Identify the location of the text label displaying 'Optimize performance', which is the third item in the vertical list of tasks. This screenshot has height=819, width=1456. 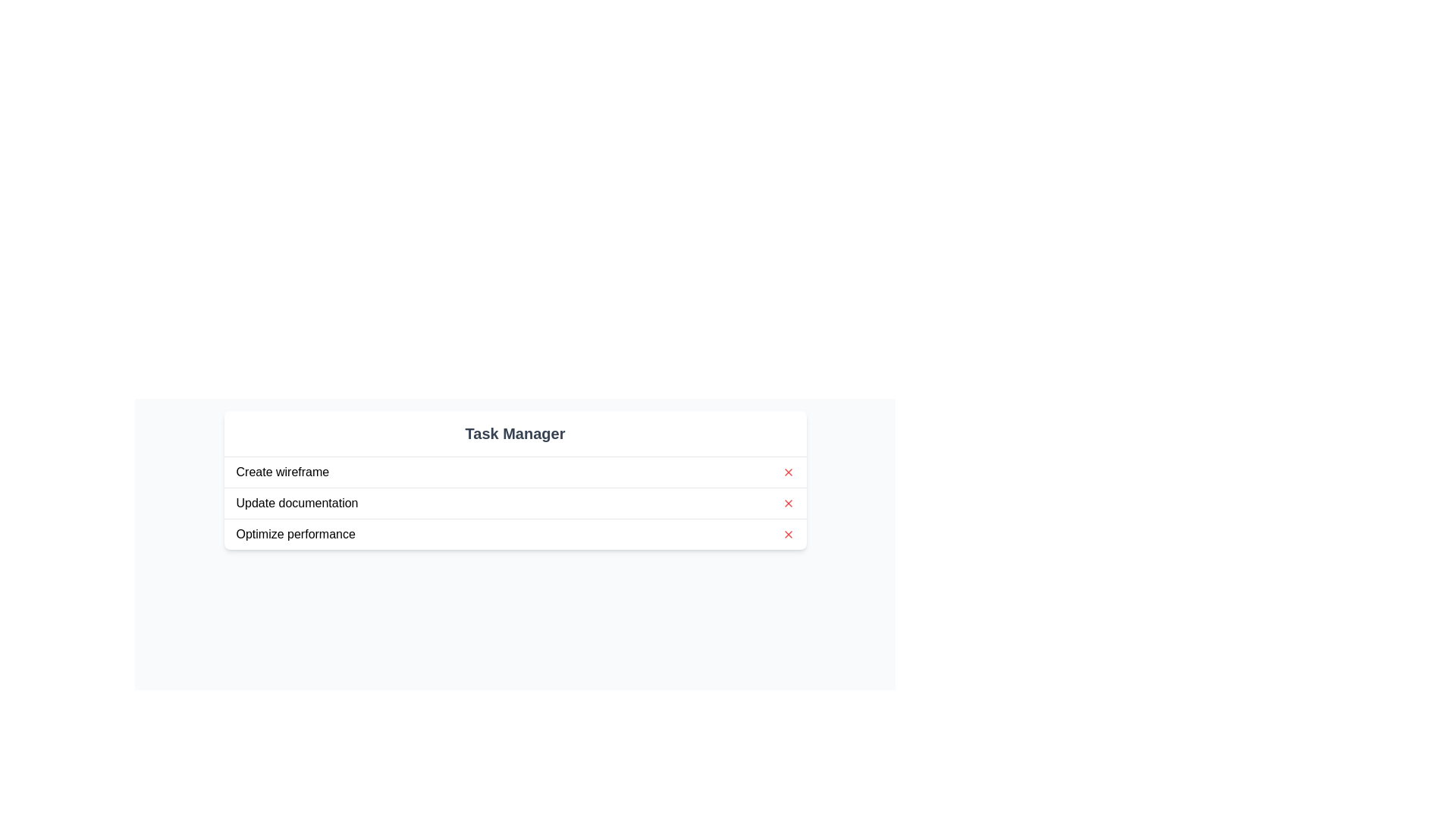
(296, 534).